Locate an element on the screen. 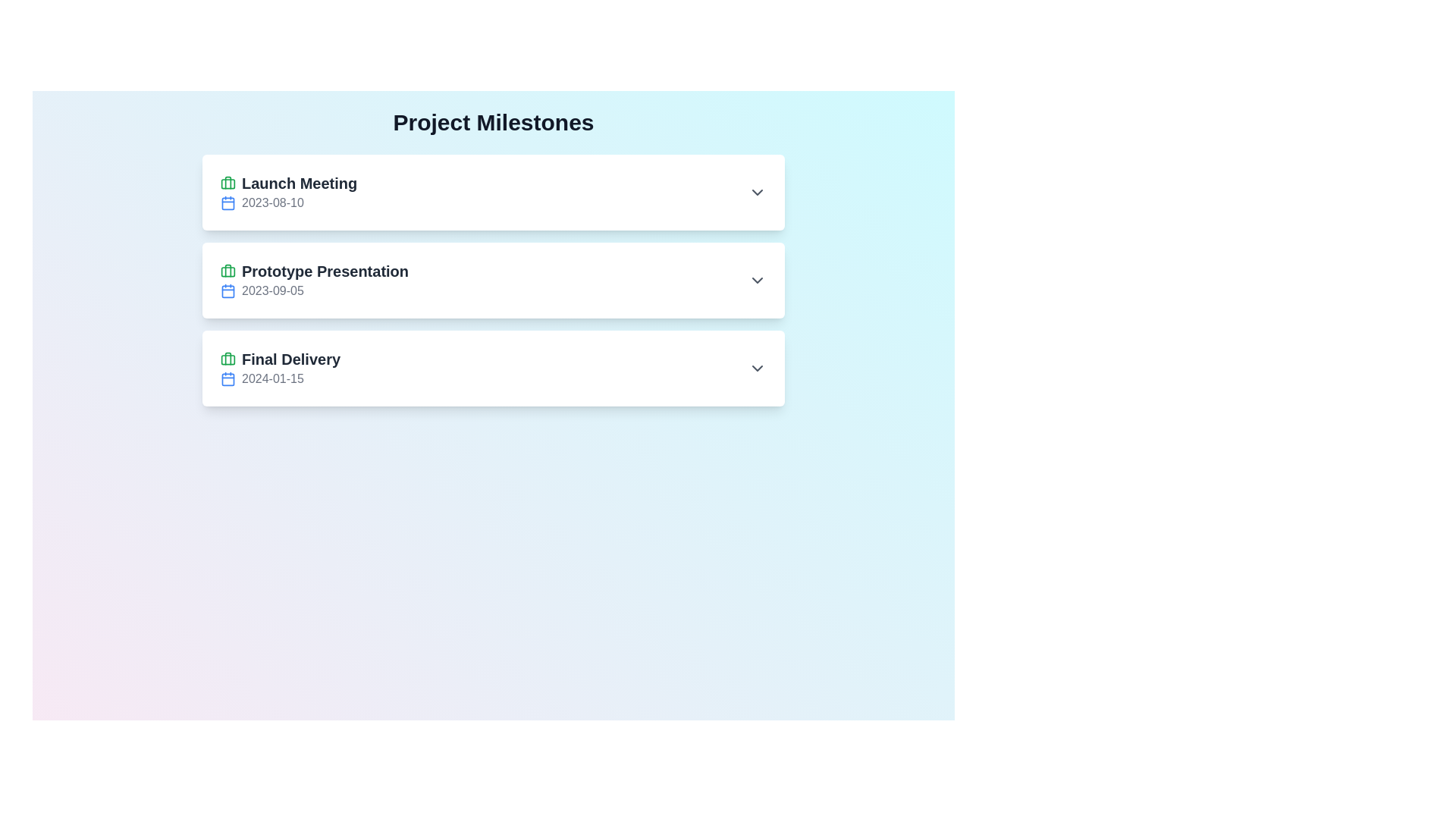 The image size is (1456, 819). the rounded rectangle element styled with no visible fill and a rounded border, which is part of the 'briefcase' icon located to the left of the 'Prototype Presentation' text is located at coordinates (227, 183).